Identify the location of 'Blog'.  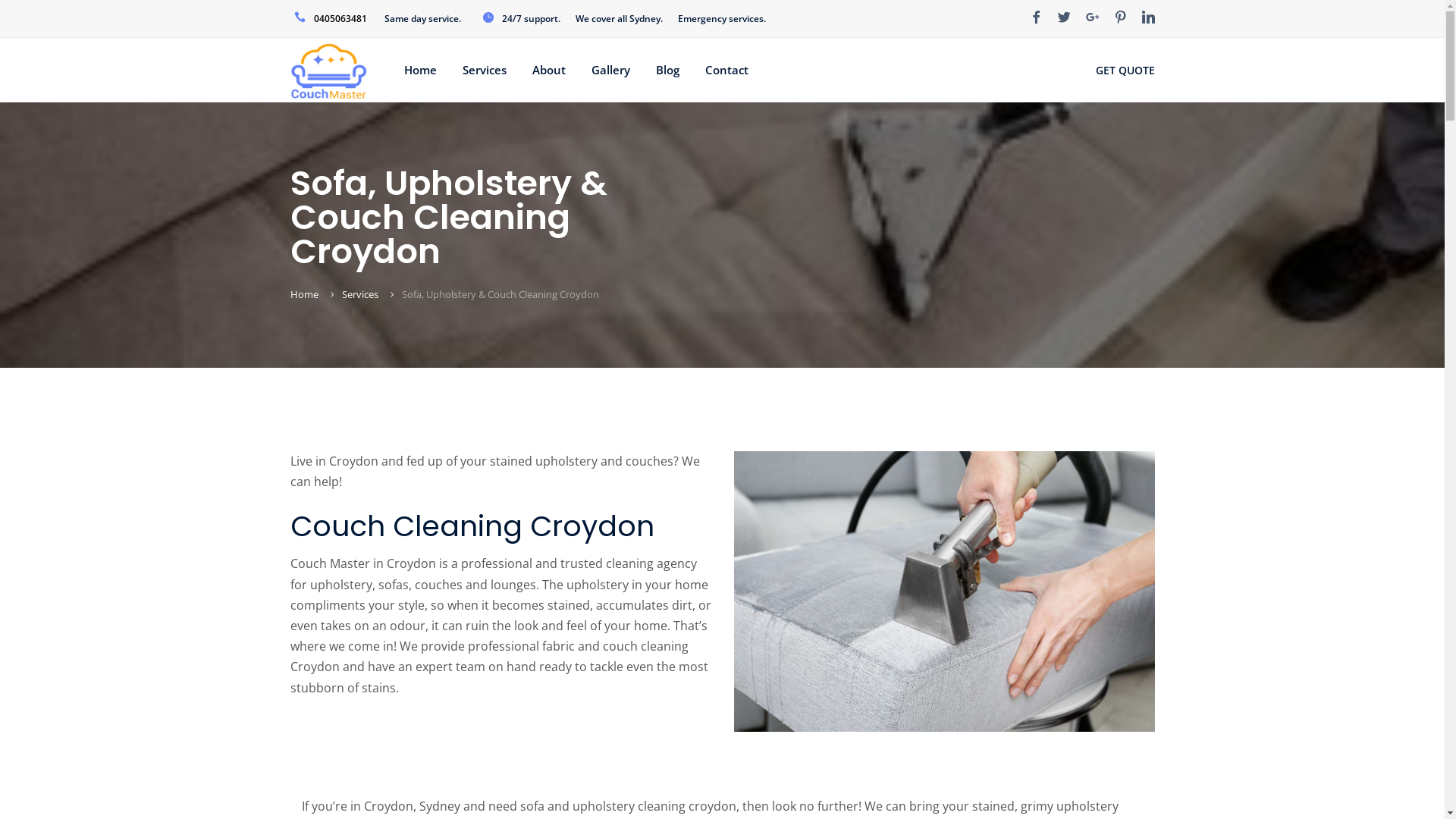
(655, 70).